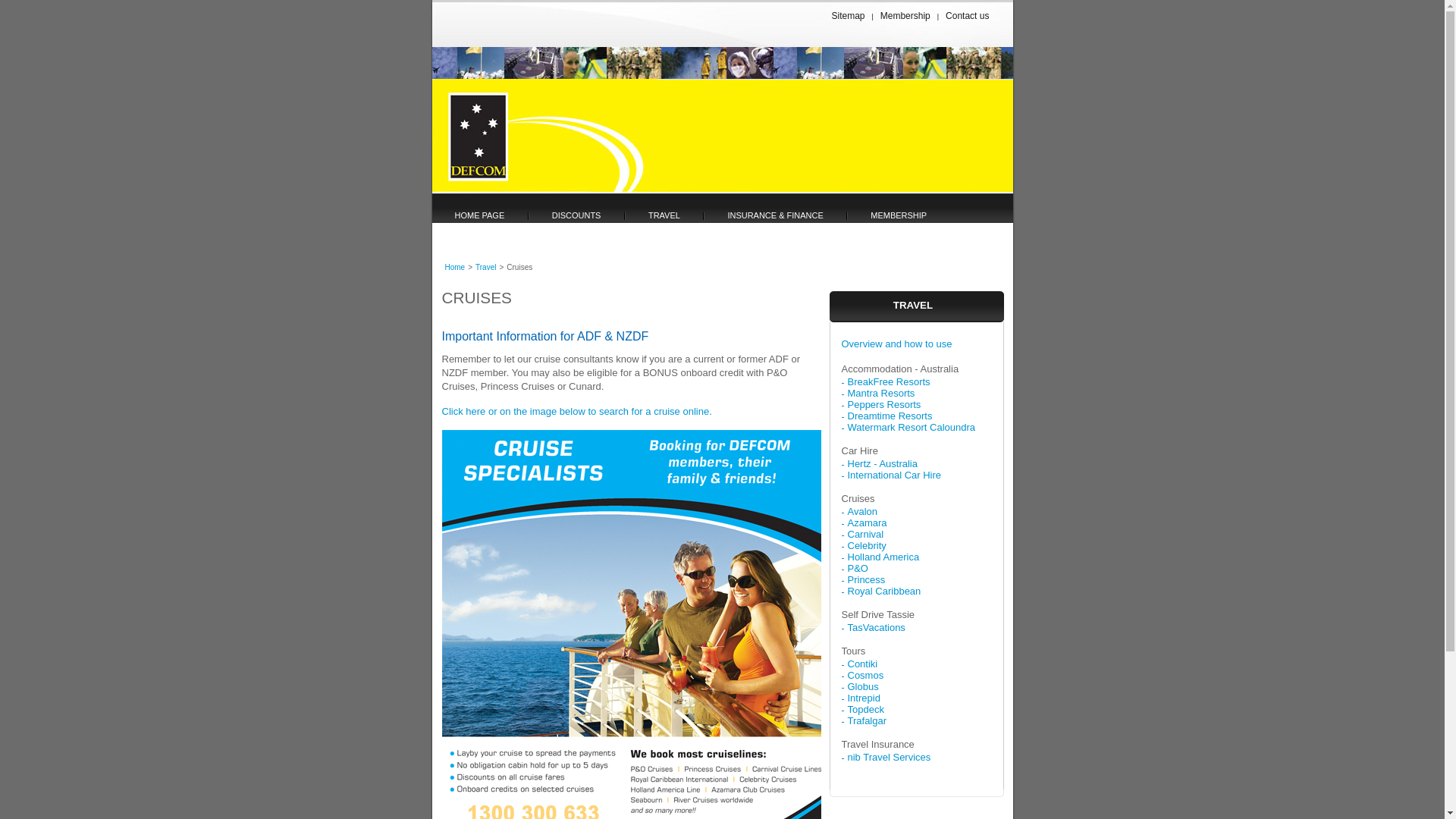 This screenshot has height=819, width=1456. Describe the element at coordinates (847, 416) in the screenshot. I see `'Dreamtime Resorts'` at that location.